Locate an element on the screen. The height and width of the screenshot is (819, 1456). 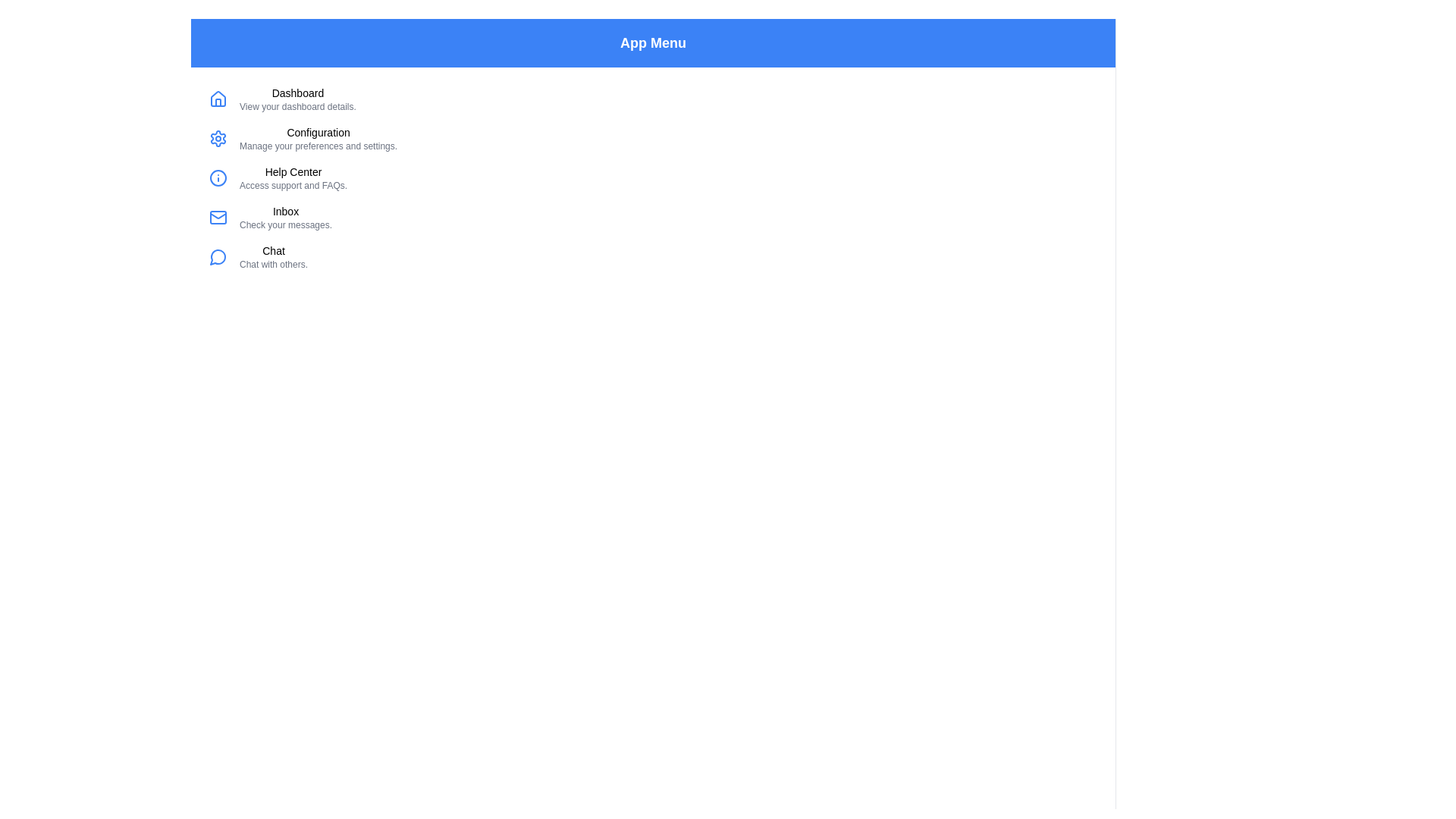
the information icon, which is a circular SVG icon with a blue outline, located to the left of the 'Help Center' text in the menu is located at coordinates (218, 177).